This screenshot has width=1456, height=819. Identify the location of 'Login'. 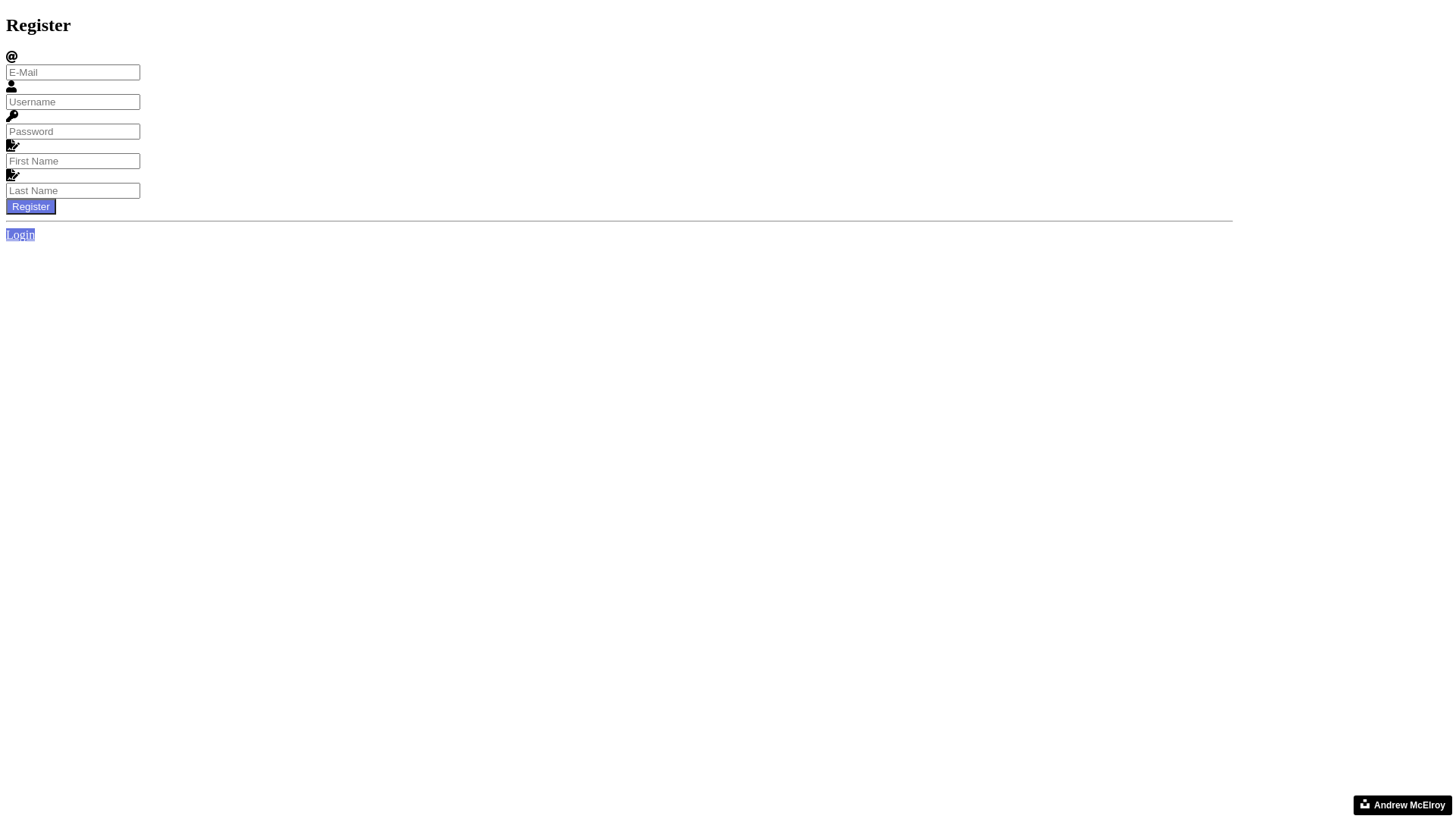
(20, 234).